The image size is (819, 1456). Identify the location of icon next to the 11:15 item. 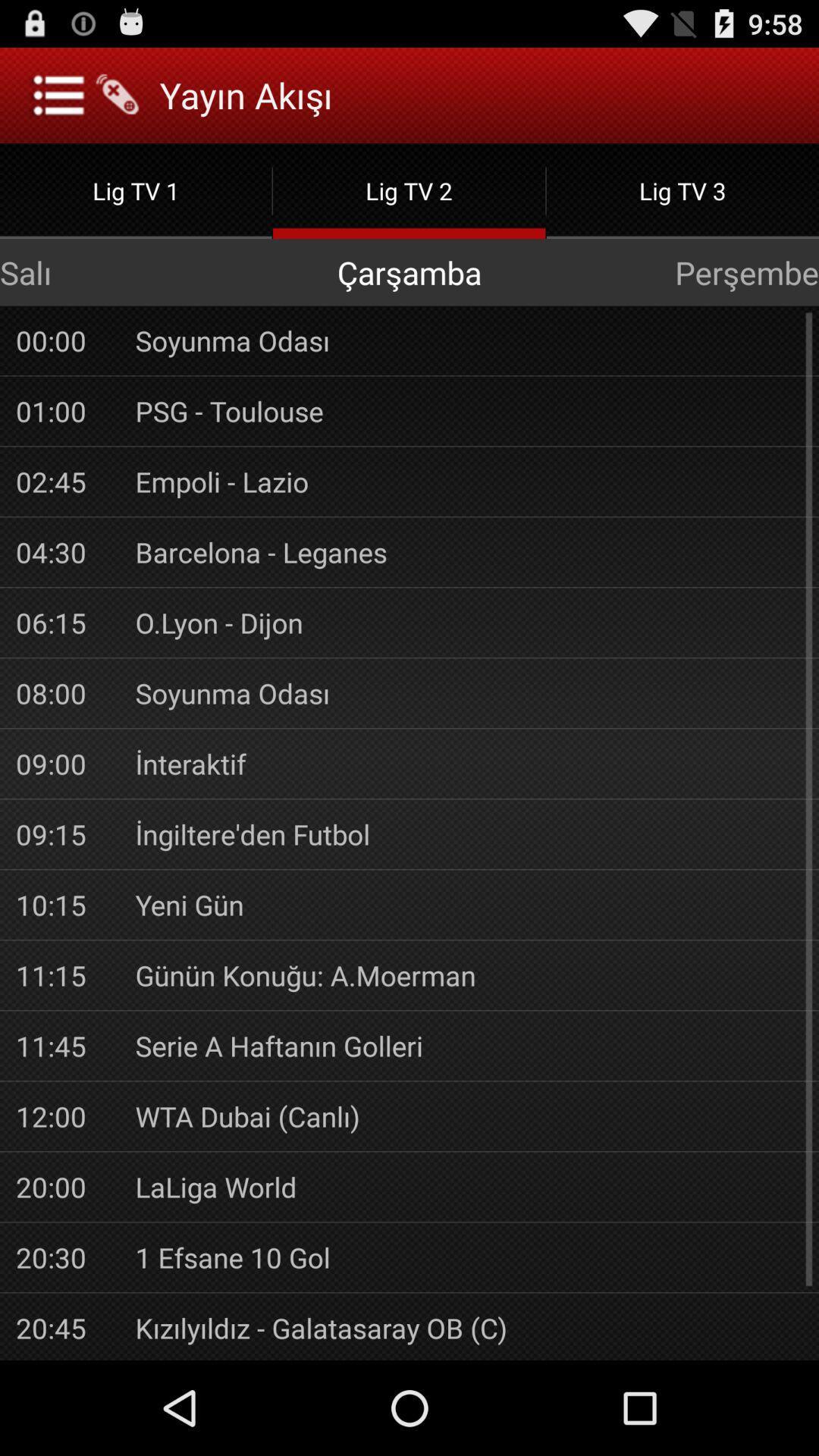
(468, 975).